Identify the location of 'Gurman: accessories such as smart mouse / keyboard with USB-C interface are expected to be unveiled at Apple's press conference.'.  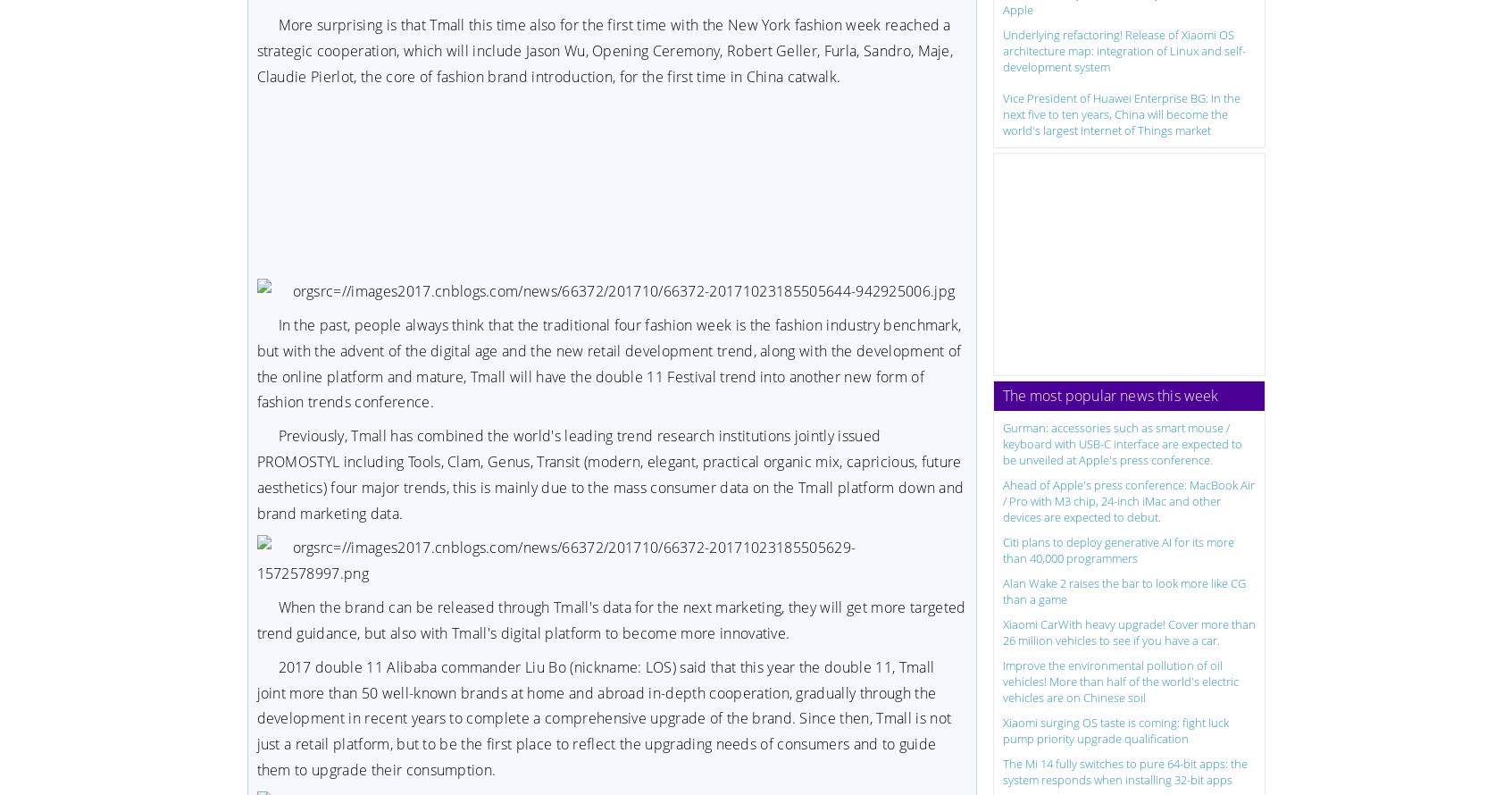
(1122, 442).